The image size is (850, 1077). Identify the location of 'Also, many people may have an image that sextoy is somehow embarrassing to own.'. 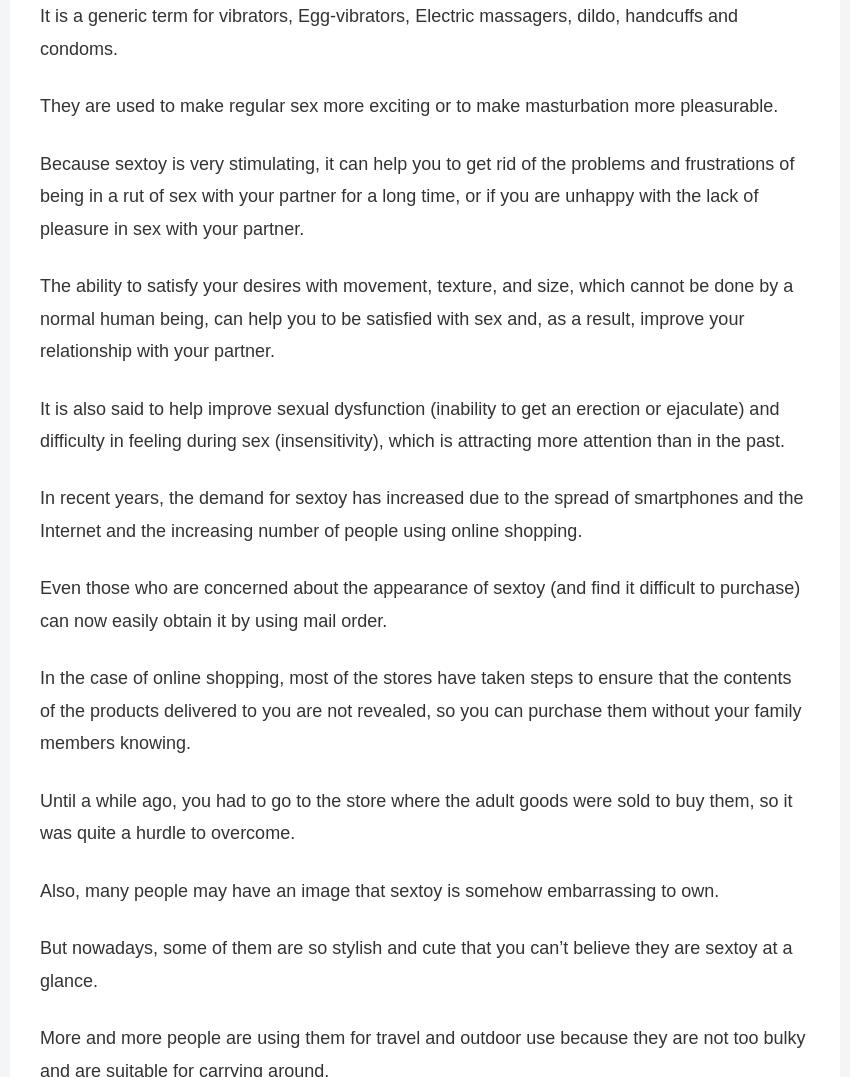
(378, 890).